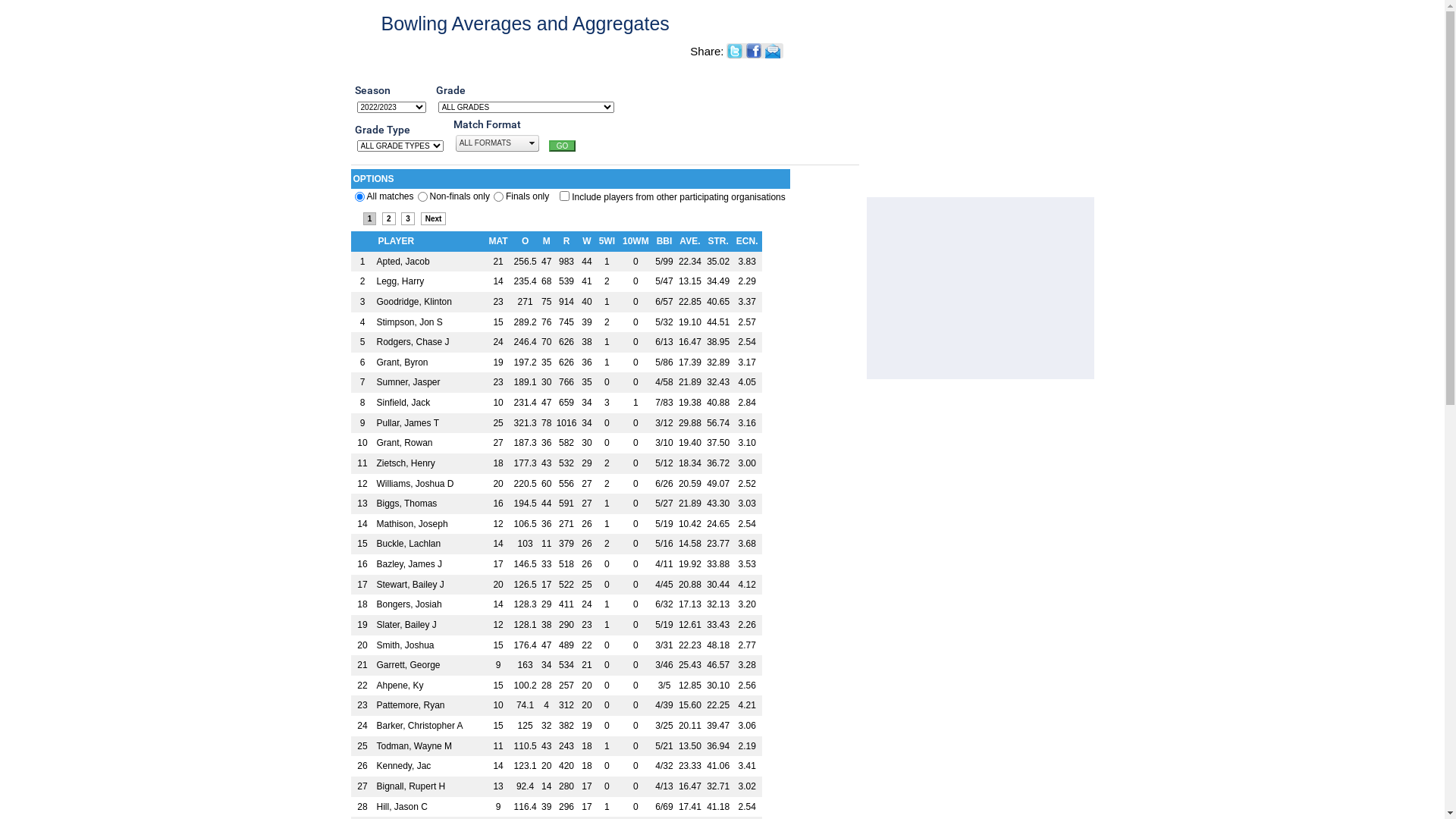  I want to click on '22 Ahpene, Ky 15 100.2 28 257 20 0 0 3/5 12.85 30.10 2.56', so click(555, 686).